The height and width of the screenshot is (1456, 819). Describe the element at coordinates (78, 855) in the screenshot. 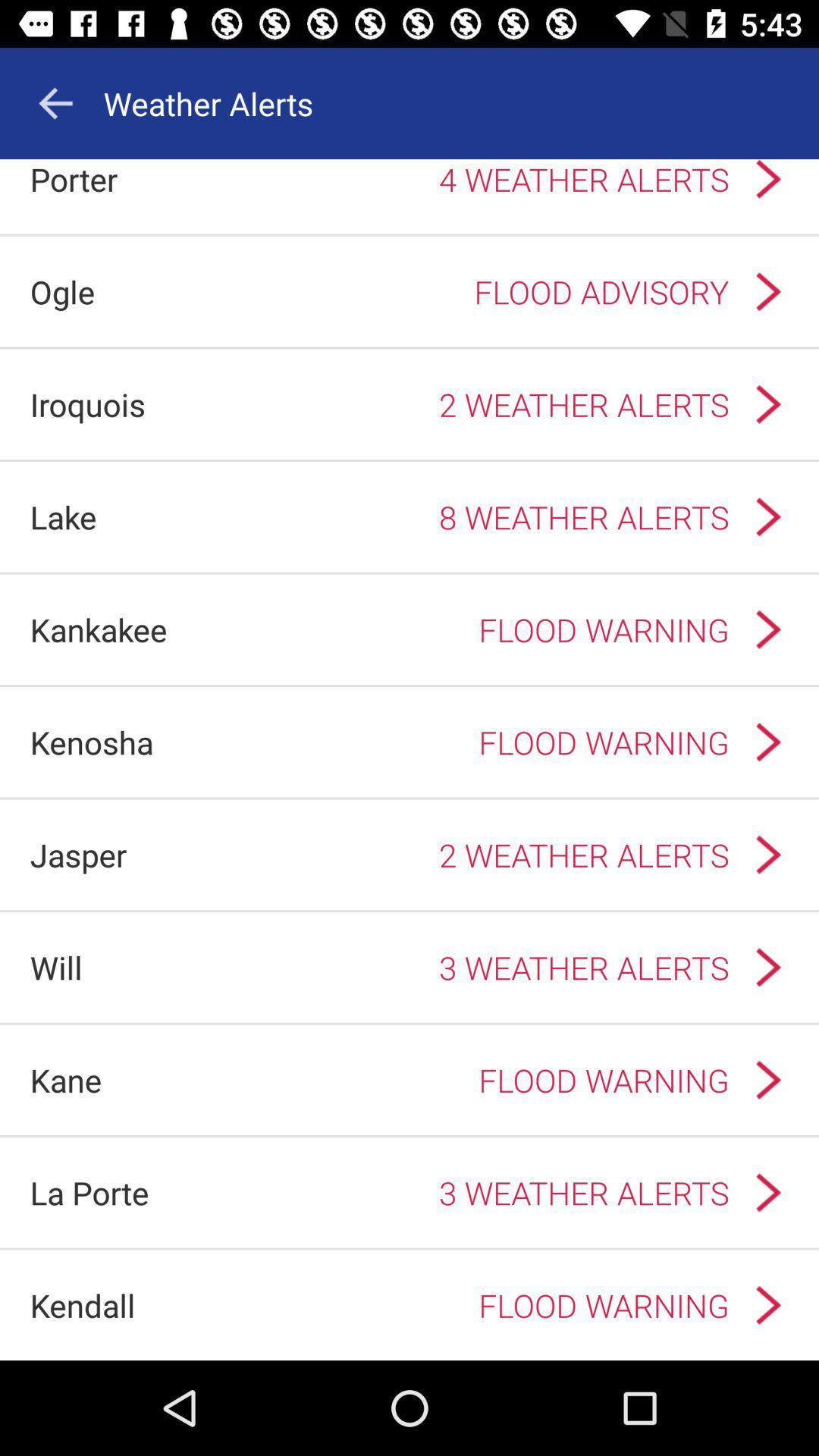

I see `item to the left of the 2 weather alerts item` at that location.